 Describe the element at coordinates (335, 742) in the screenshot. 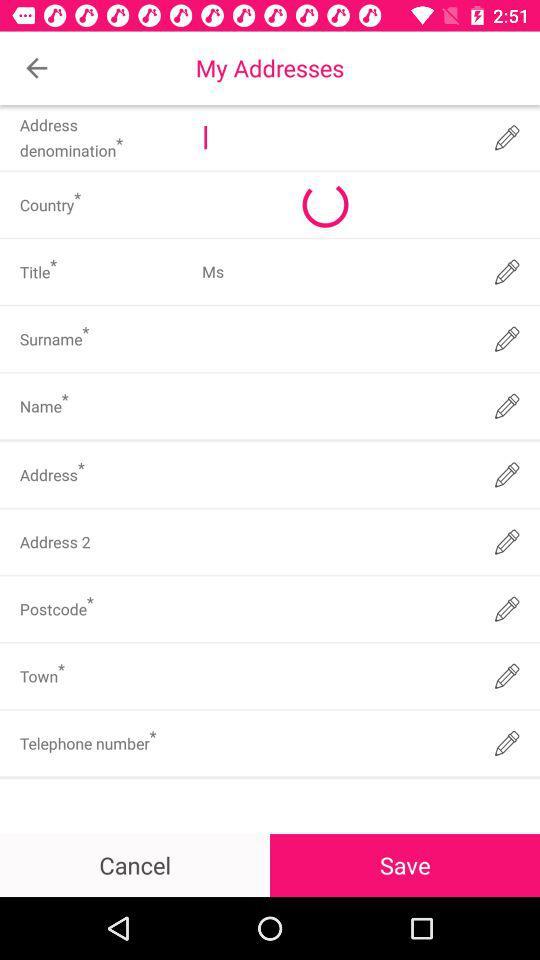

I see `phone number` at that location.